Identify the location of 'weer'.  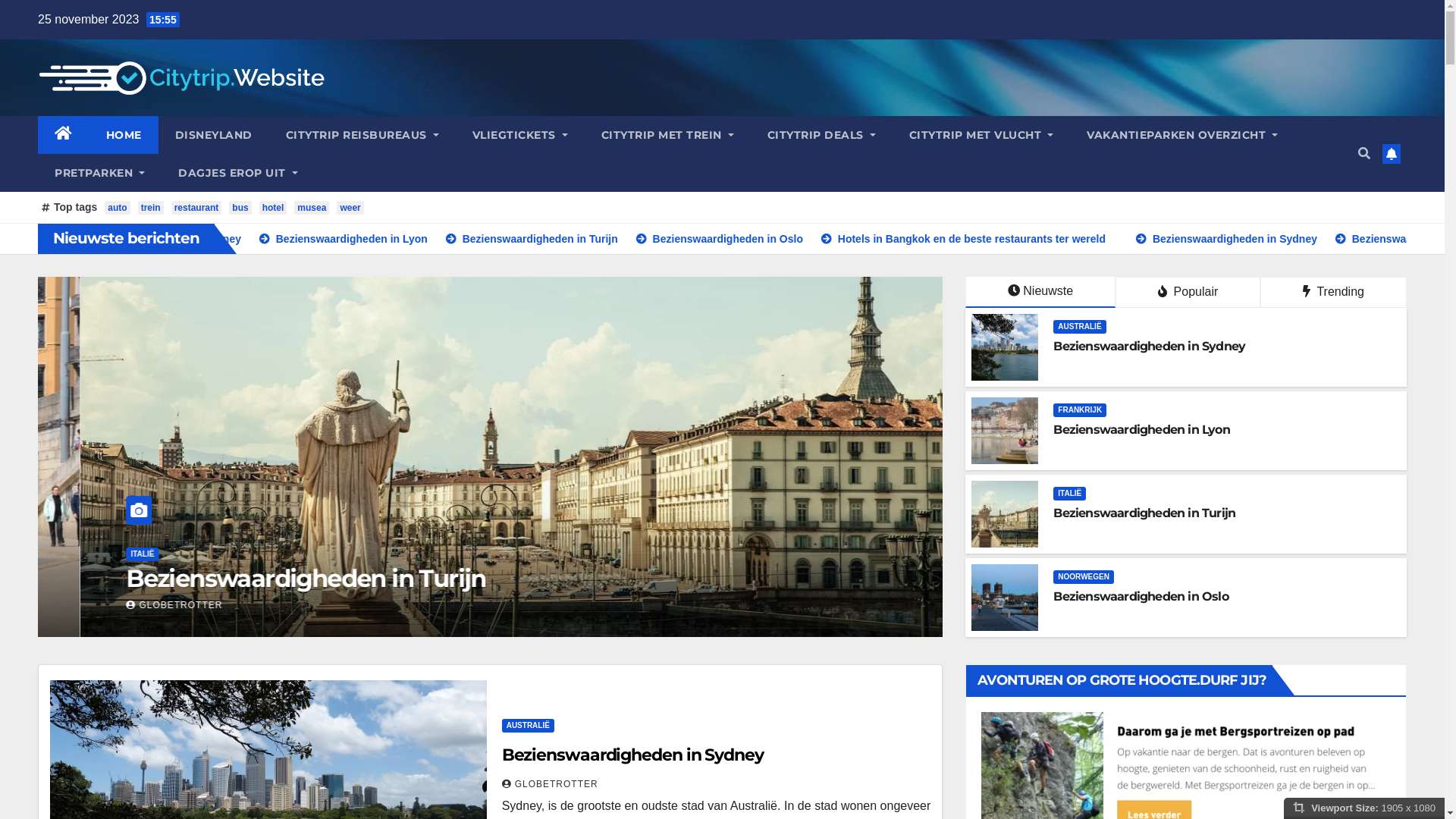
(349, 207).